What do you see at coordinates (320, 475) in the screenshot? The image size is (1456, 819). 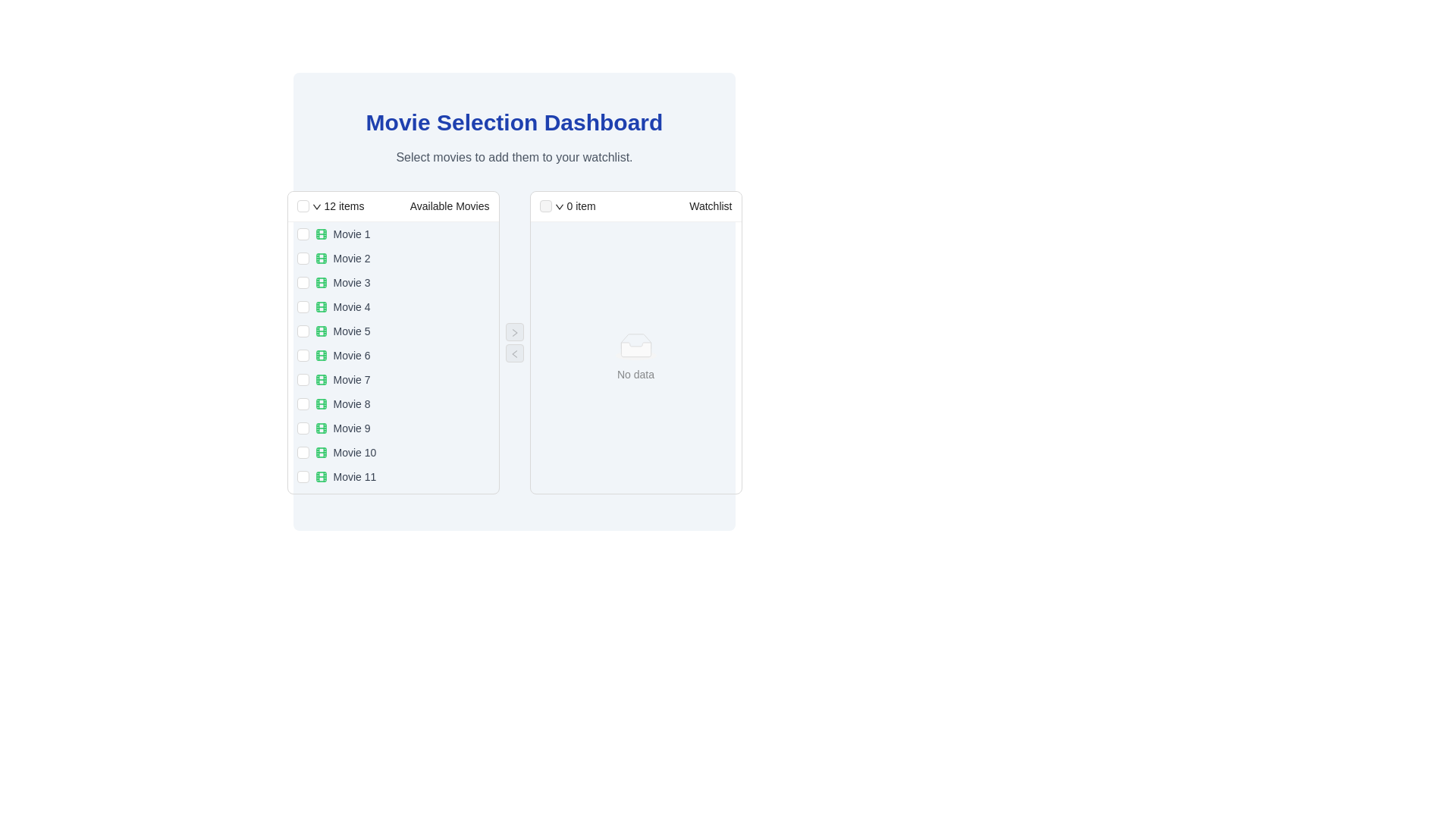 I see `the decorative graphic component that represents a film strip in the 'Movie 11' row of the Available Movies list` at bounding box center [320, 475].